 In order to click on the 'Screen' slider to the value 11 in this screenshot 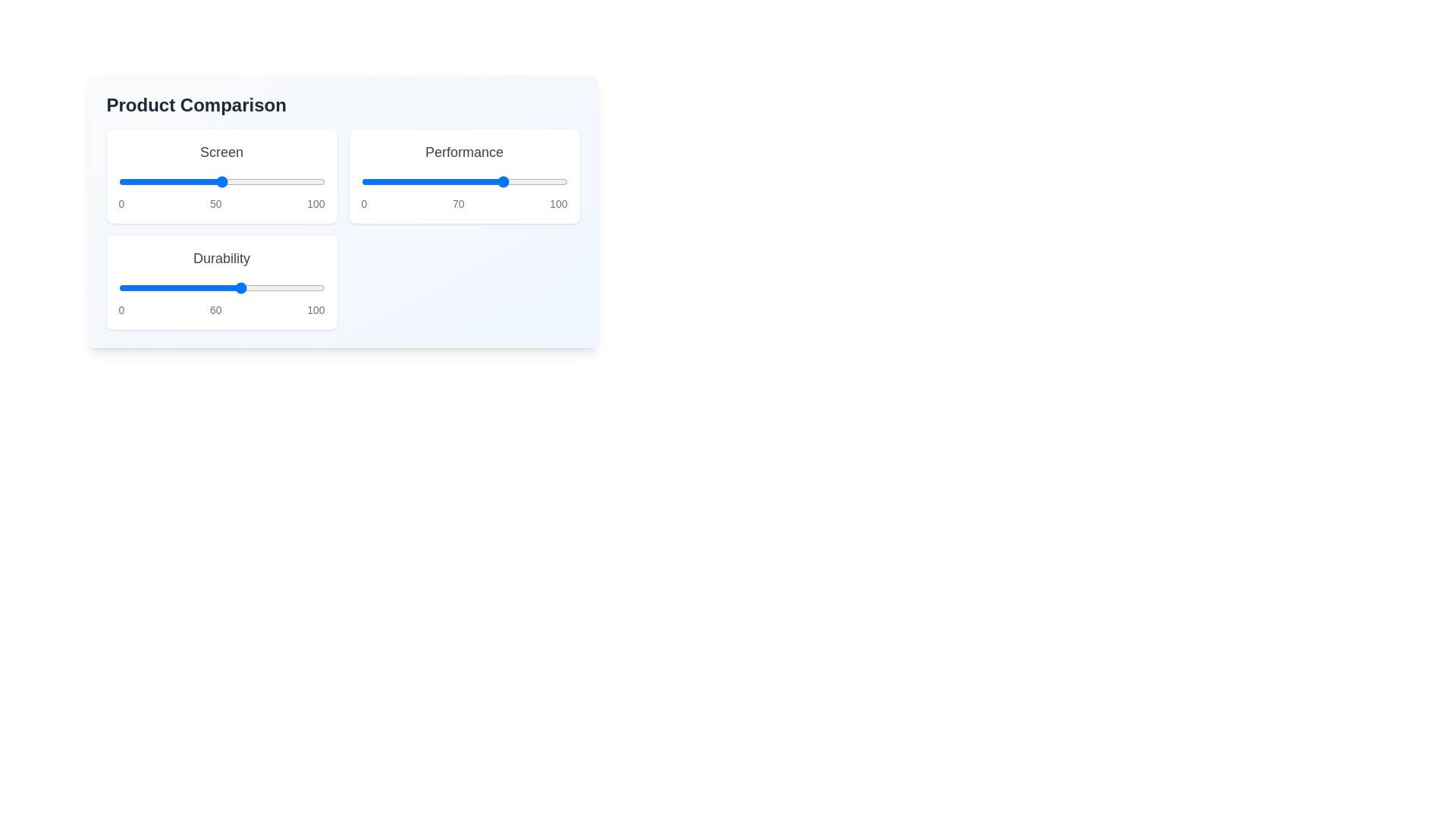, I will do `click(141, 180)`.